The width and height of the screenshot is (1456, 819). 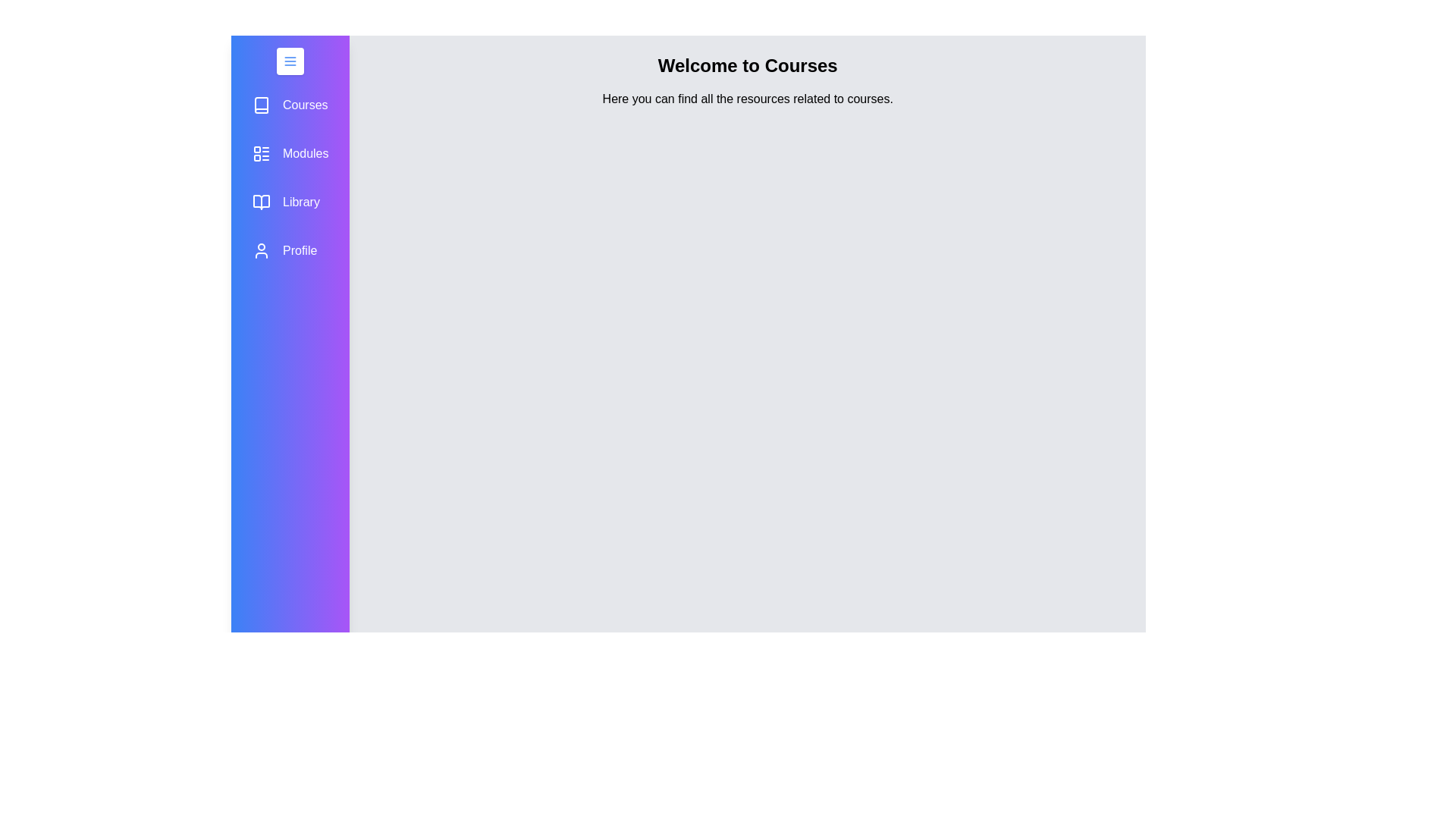 What do you see at coordinates (290, 250) in the screenshot?
I see `the Profile tab to observe the hover effect` at bounding box center [290, 250].